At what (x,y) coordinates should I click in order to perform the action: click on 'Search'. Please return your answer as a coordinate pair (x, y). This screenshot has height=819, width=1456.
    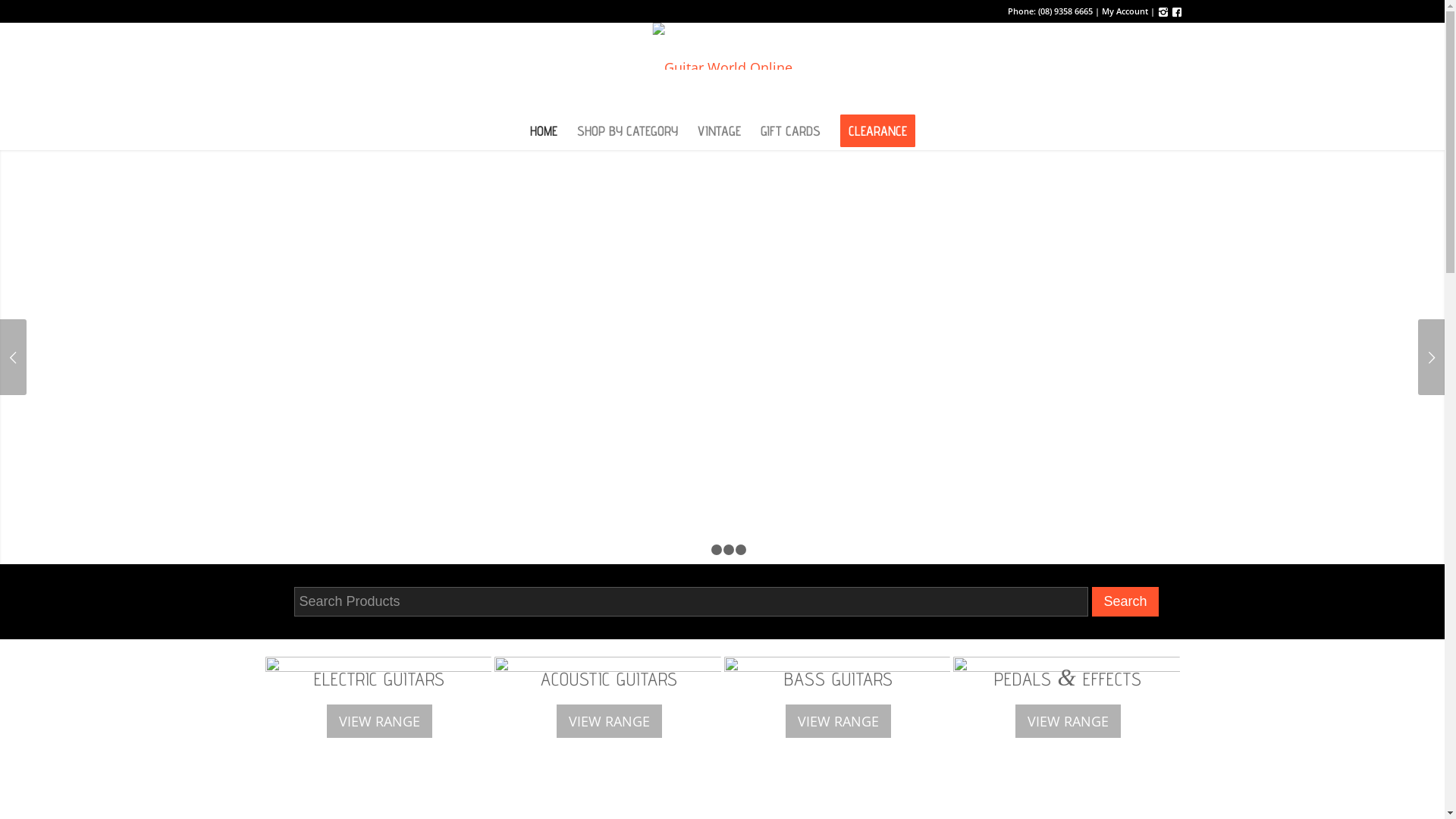
    Looking at the image, I should click on (1125, 601).